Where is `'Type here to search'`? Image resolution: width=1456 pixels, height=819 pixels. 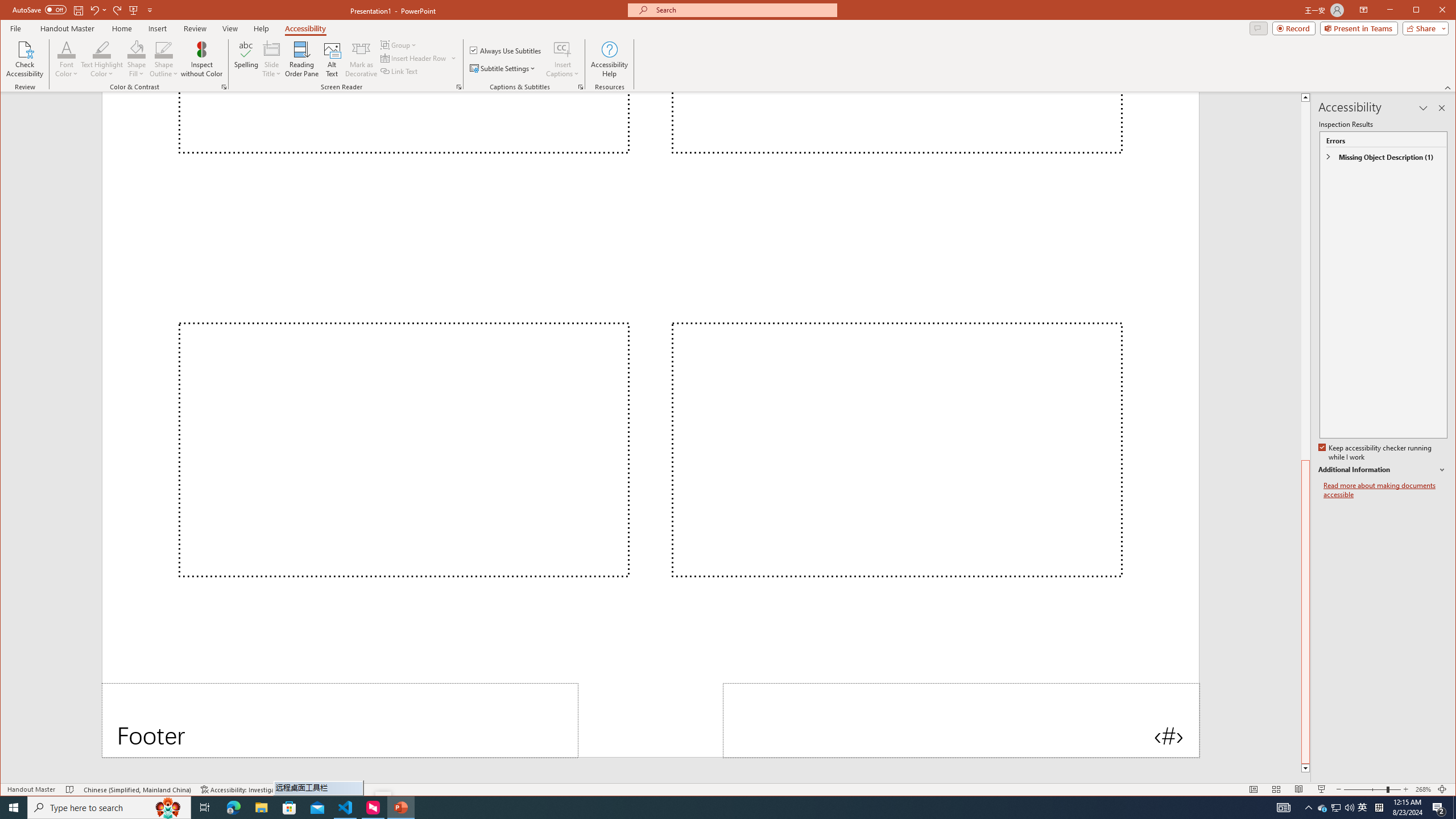
'Type here to search' is located at coordinates (109, 806).